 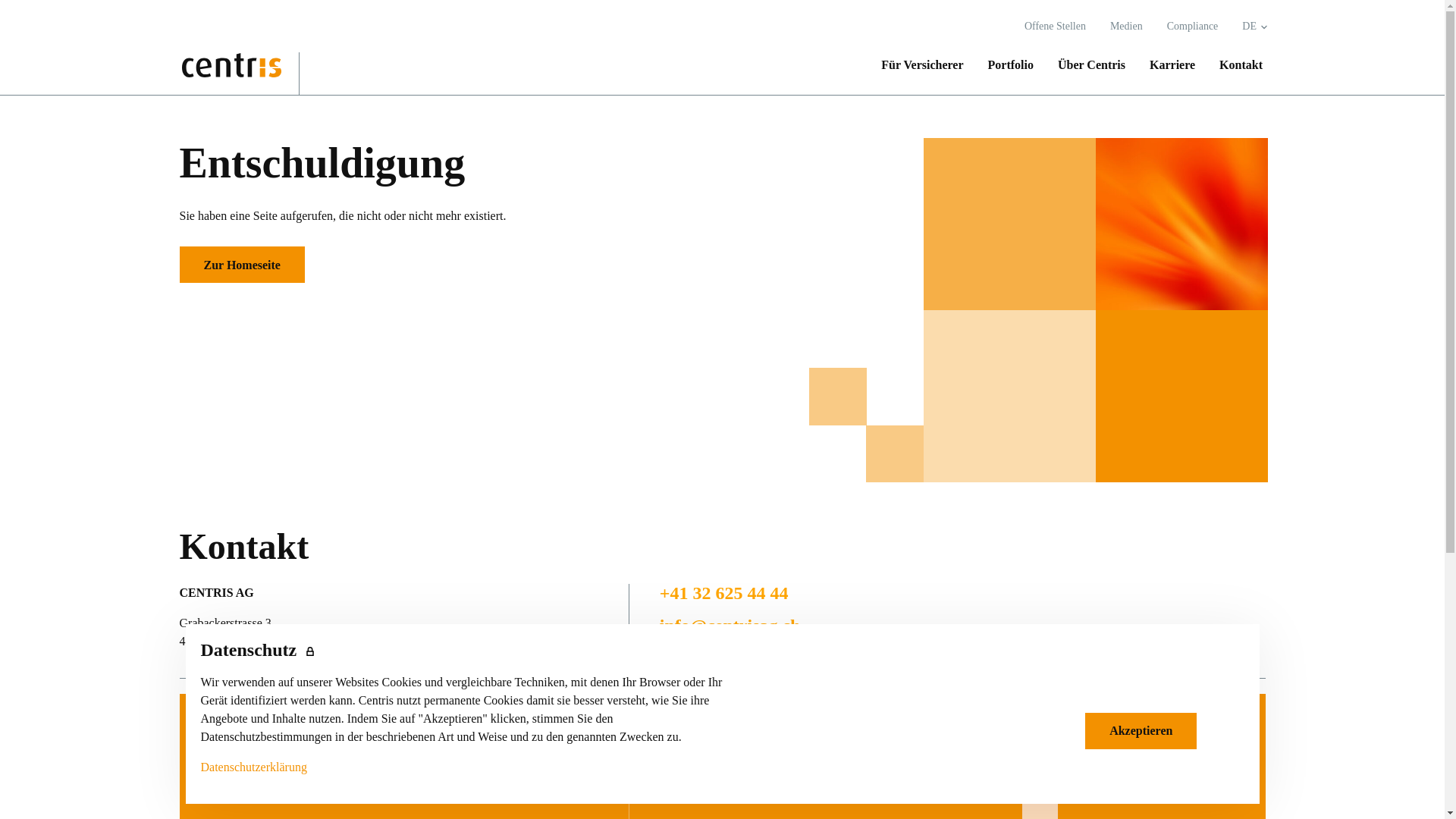 What do you see at coordinates (1141, 730) in the screenshot?
I see `'Akzeptieren'` at bounding box center [1141, 730].